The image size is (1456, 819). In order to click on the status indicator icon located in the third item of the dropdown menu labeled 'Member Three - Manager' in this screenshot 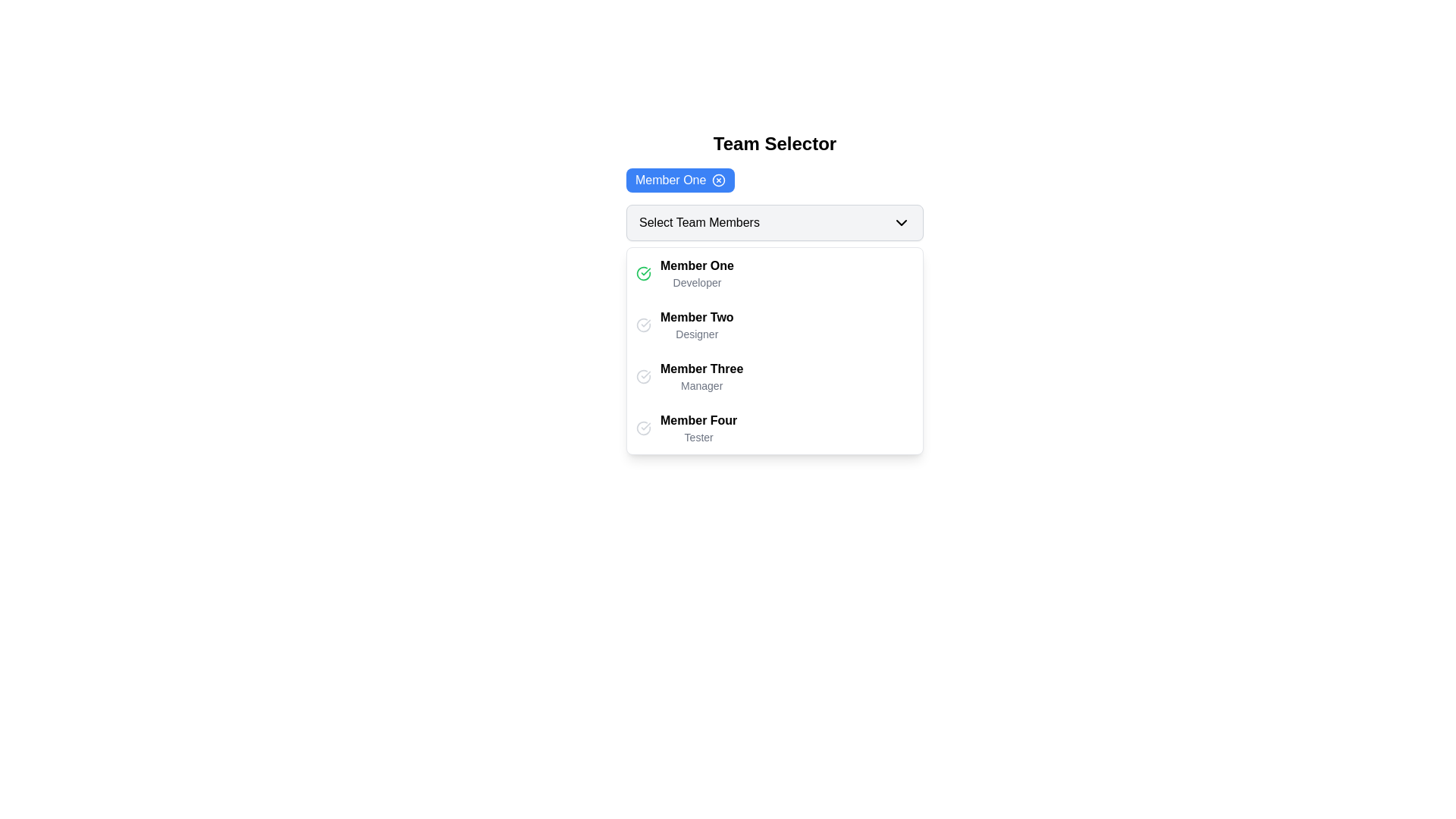, I will do `click(644, 376)`.